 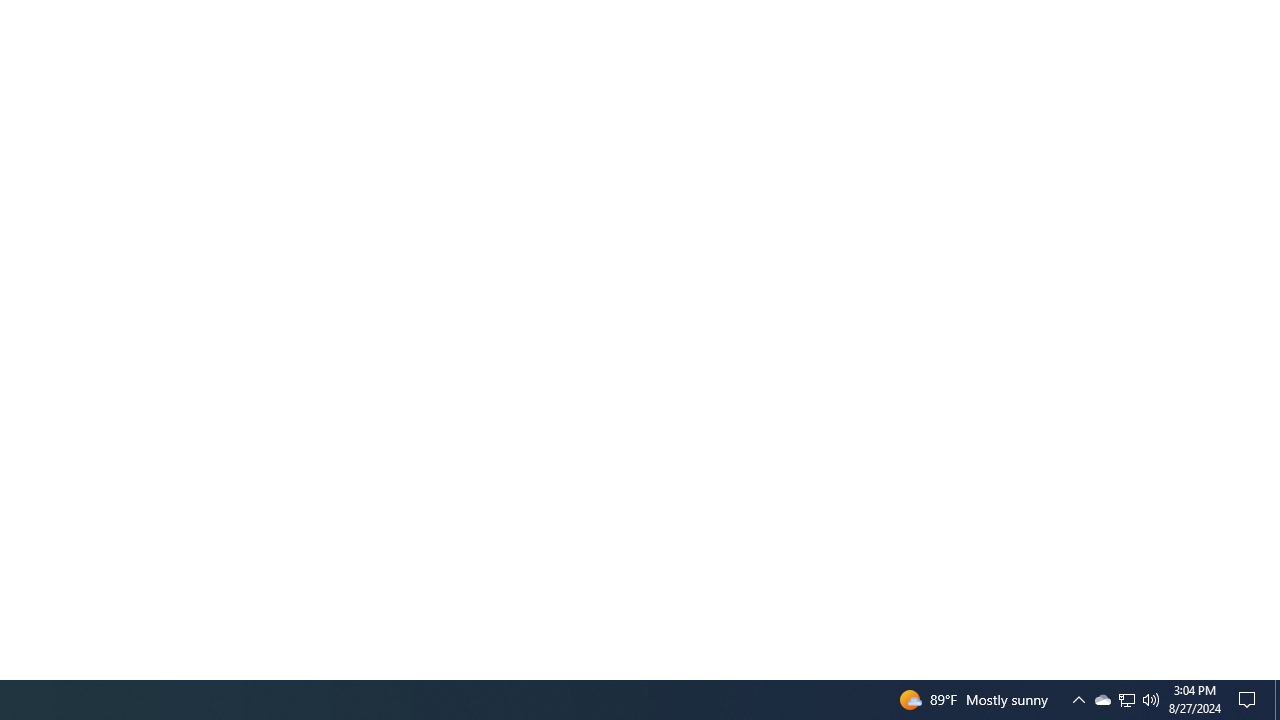 I want to click on 'Notification Chevron', so click(x=1078, y=698).